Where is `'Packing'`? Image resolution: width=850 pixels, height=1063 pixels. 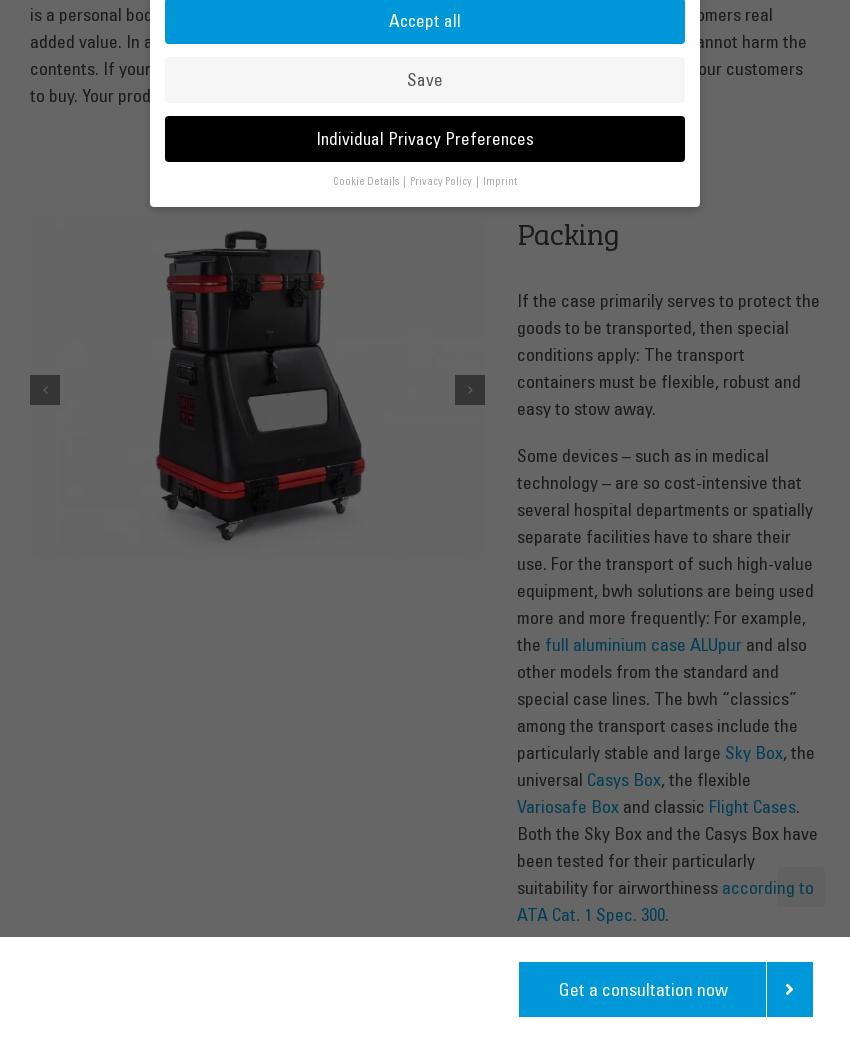
'Packing' is located at coordinates (567, 230).